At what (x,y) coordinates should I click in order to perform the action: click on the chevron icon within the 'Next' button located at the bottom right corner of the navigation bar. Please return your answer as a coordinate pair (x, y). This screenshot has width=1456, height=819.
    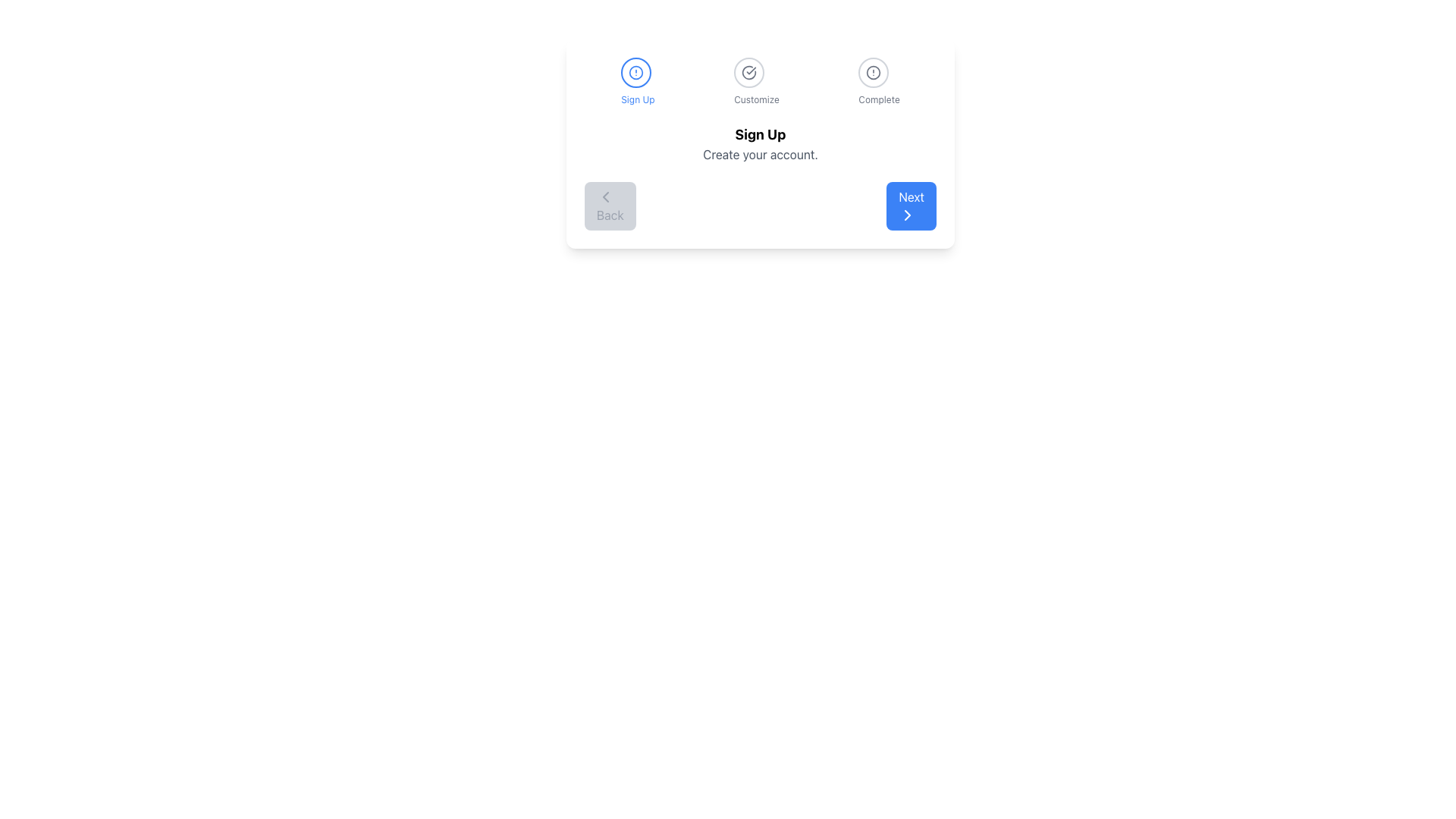
    Looking at the image, I should click on (908, 215).